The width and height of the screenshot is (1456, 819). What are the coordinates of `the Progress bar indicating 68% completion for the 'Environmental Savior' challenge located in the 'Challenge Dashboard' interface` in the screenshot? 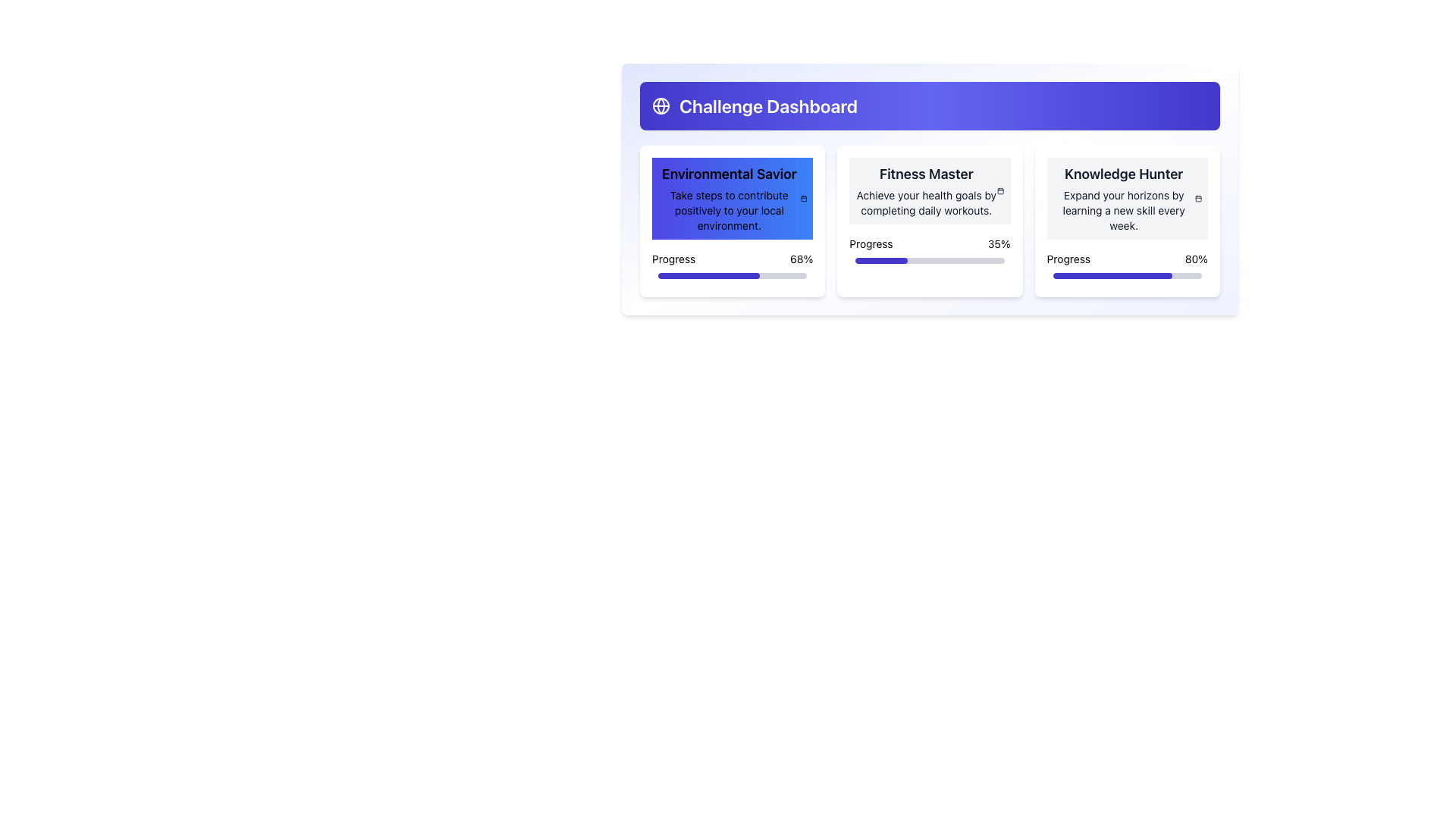 It's located at (708, 275).